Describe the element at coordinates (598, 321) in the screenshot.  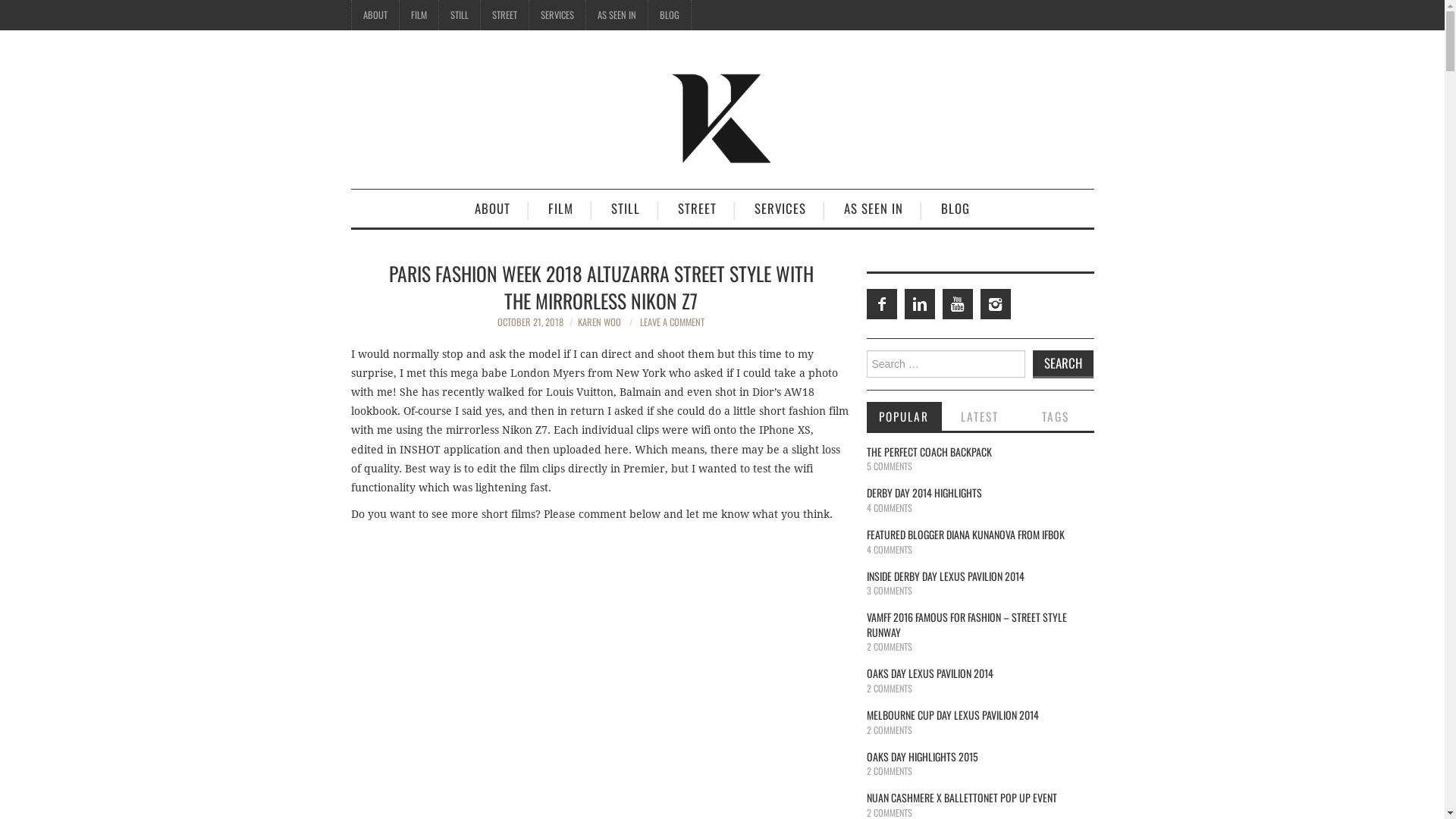
I see `'KAREN WOO'` at that location.